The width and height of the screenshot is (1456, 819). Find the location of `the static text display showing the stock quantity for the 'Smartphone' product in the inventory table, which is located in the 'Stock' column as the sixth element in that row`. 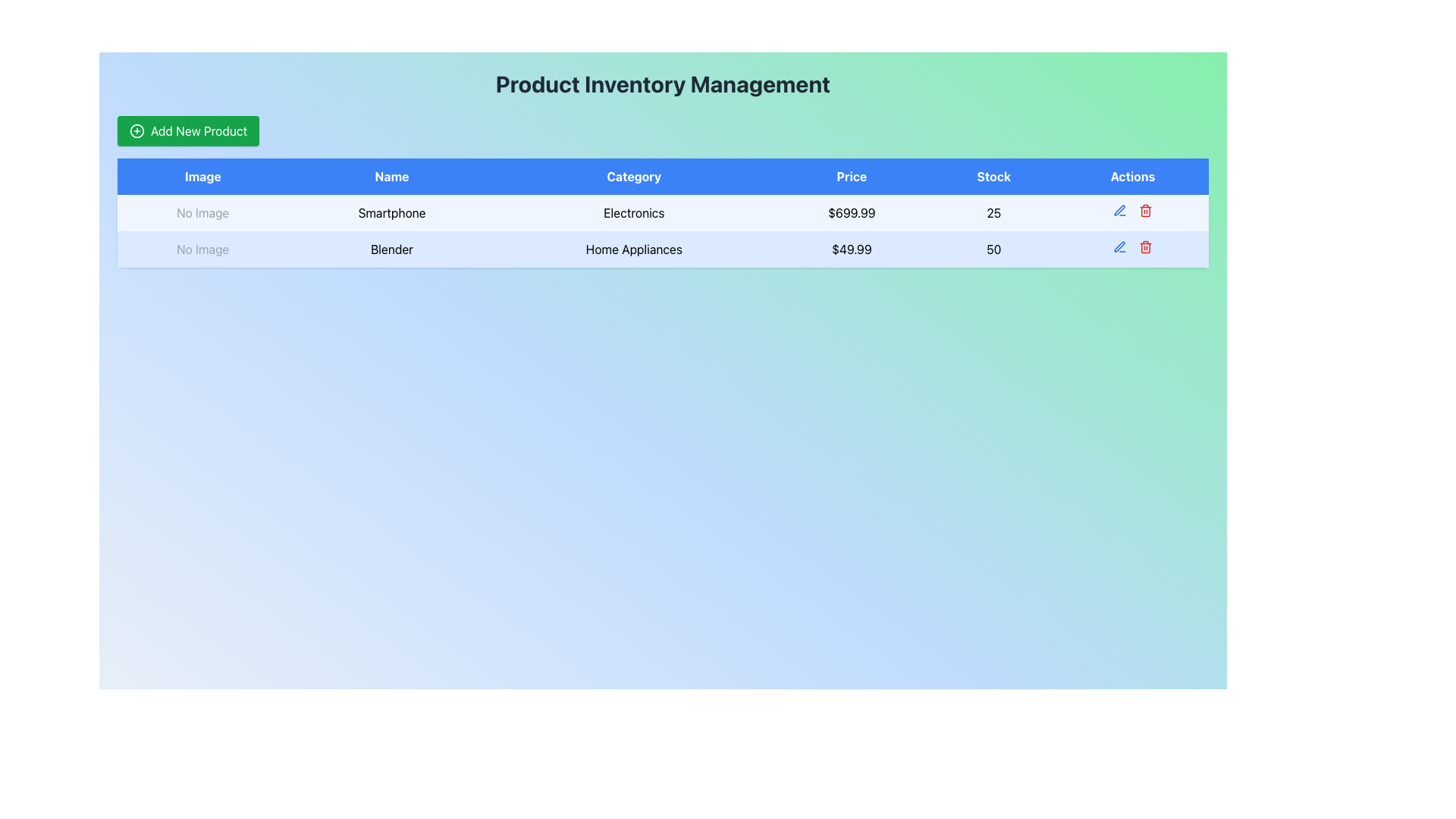

the static text display showing the stock quantity for the 'Smartphone' product in the inventory table, which is located in the 'Stock' column as the sixth element in that row is located at coordinates (993, 213).